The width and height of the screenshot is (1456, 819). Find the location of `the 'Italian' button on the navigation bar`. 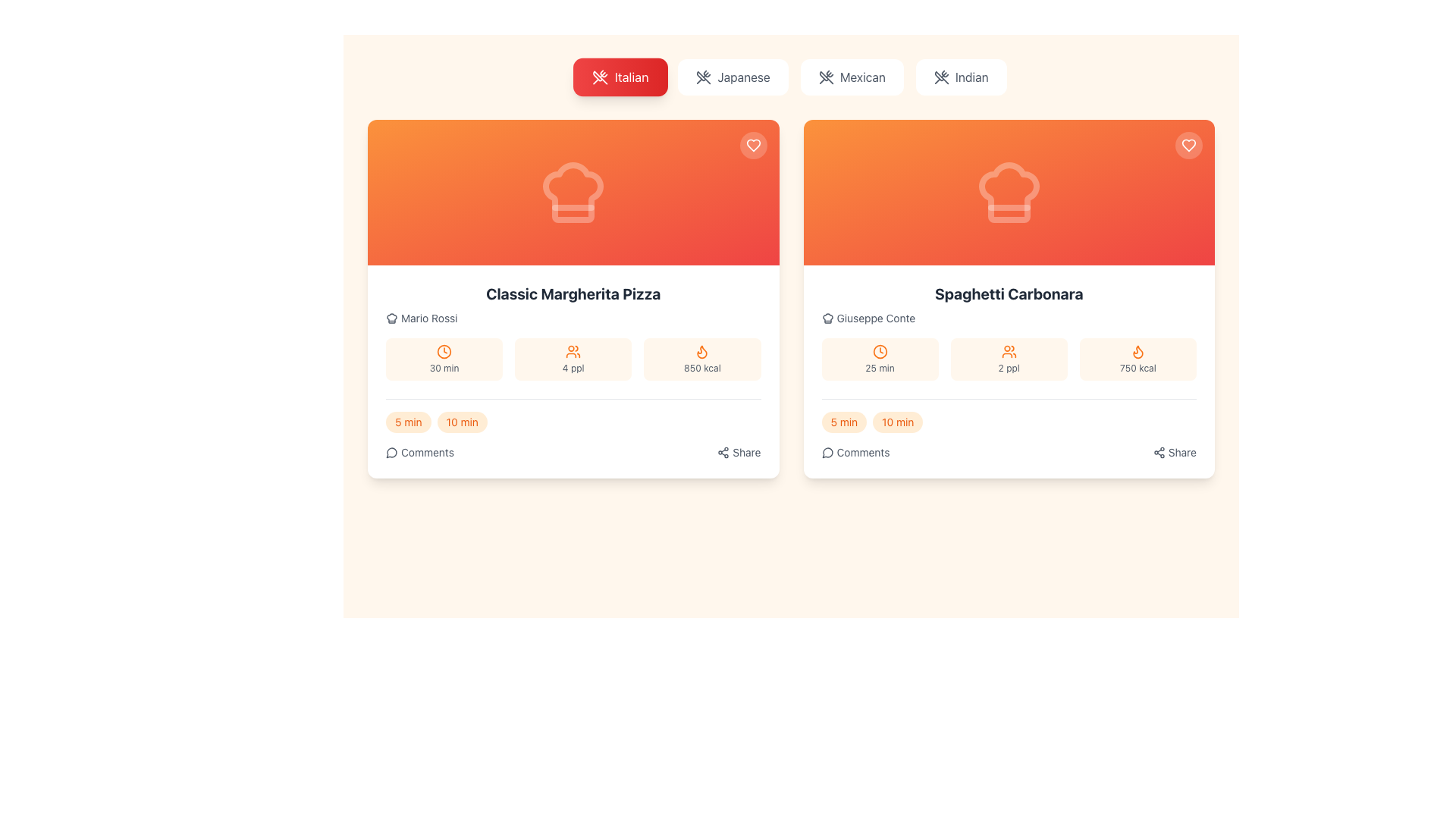

the 'Italian' button on the navigation bar is located at coordinates (790, 77).